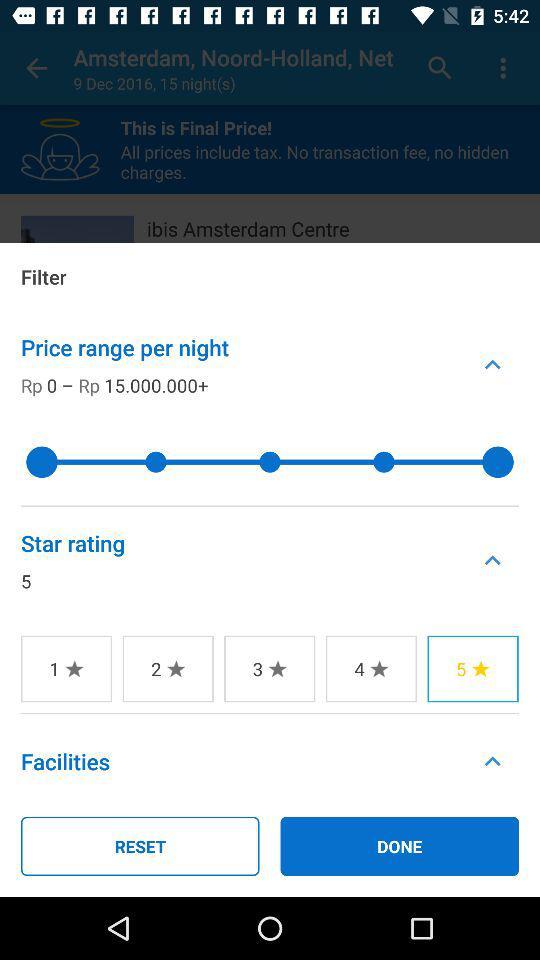  Describe the element at coordinates (139, 845) in the screenshot. I see `the reset icon` at that location.